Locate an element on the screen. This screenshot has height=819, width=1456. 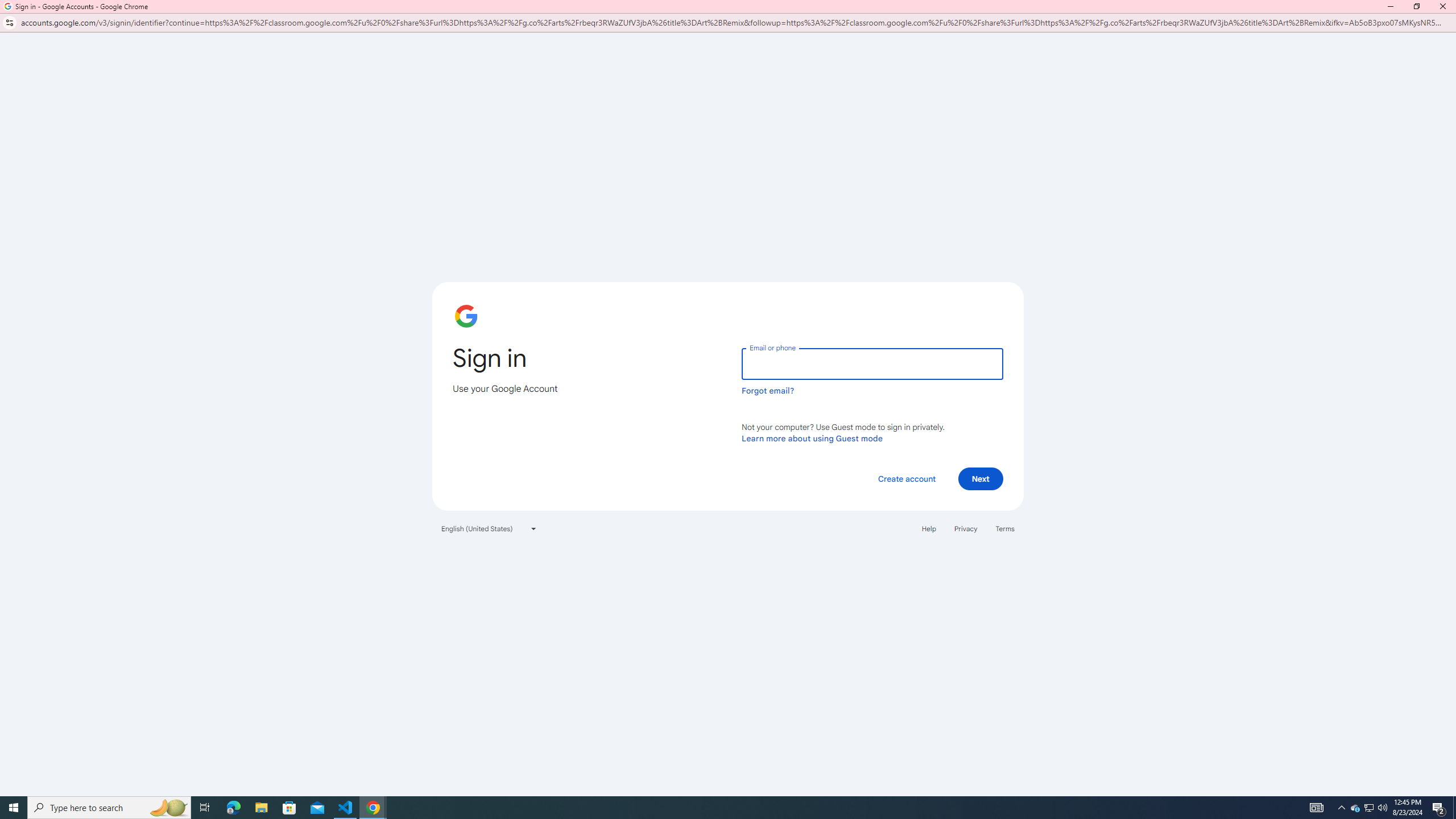
'Email or phone' is located at coordinates (871, 363).